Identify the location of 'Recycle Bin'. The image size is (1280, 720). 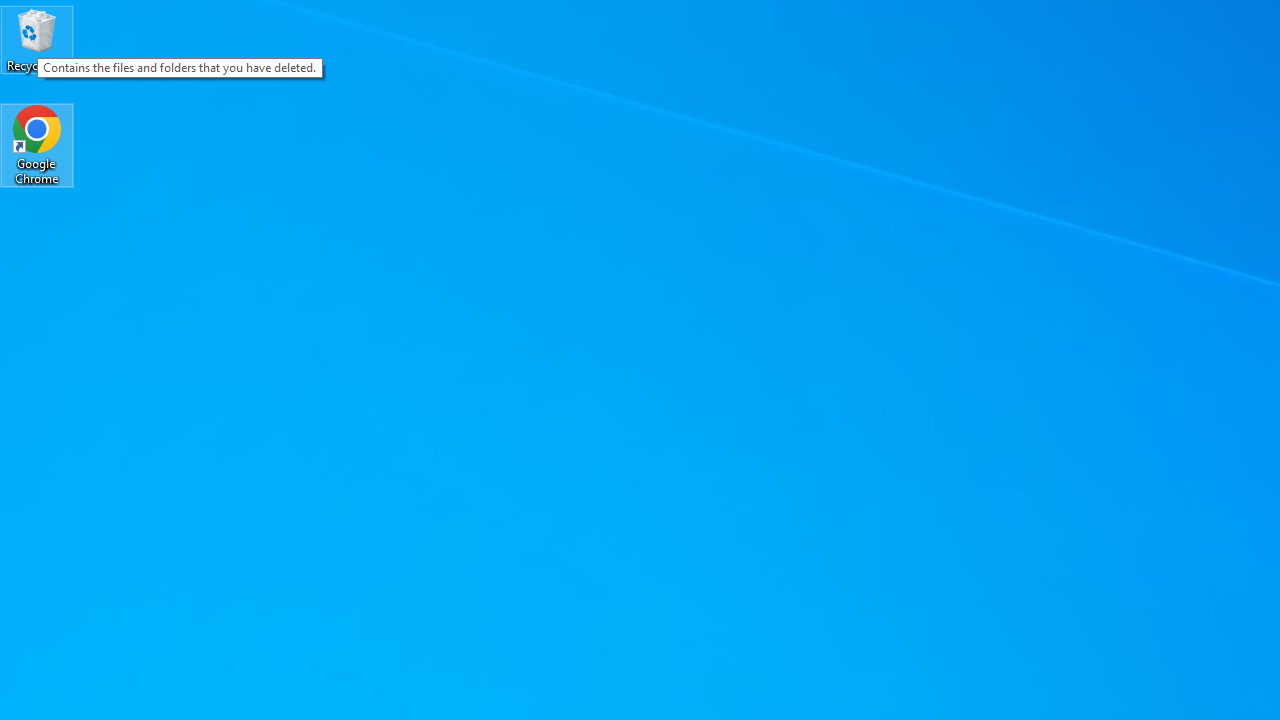
(37, 39).